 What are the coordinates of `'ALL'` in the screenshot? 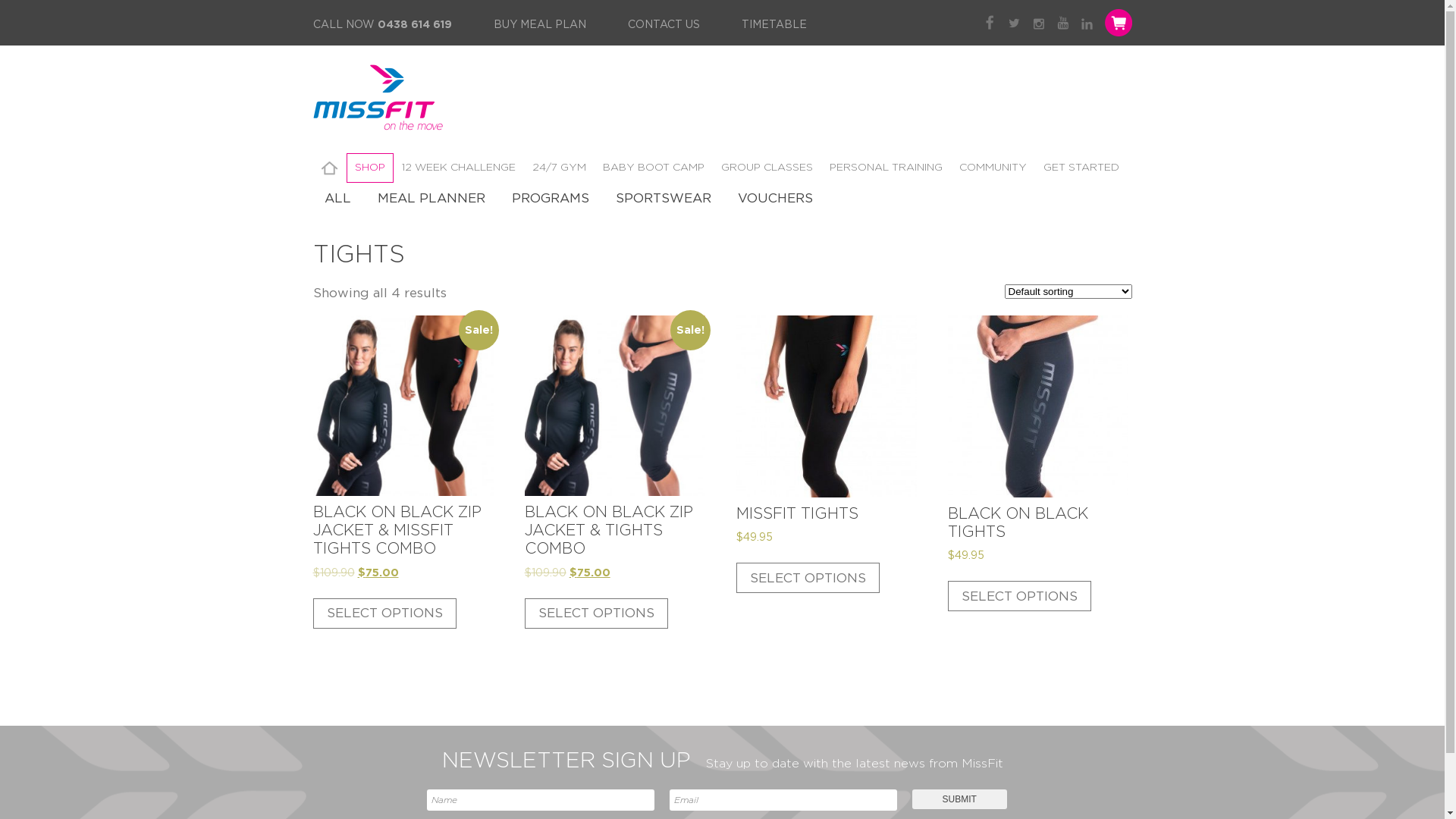 It's located at (336, 197).